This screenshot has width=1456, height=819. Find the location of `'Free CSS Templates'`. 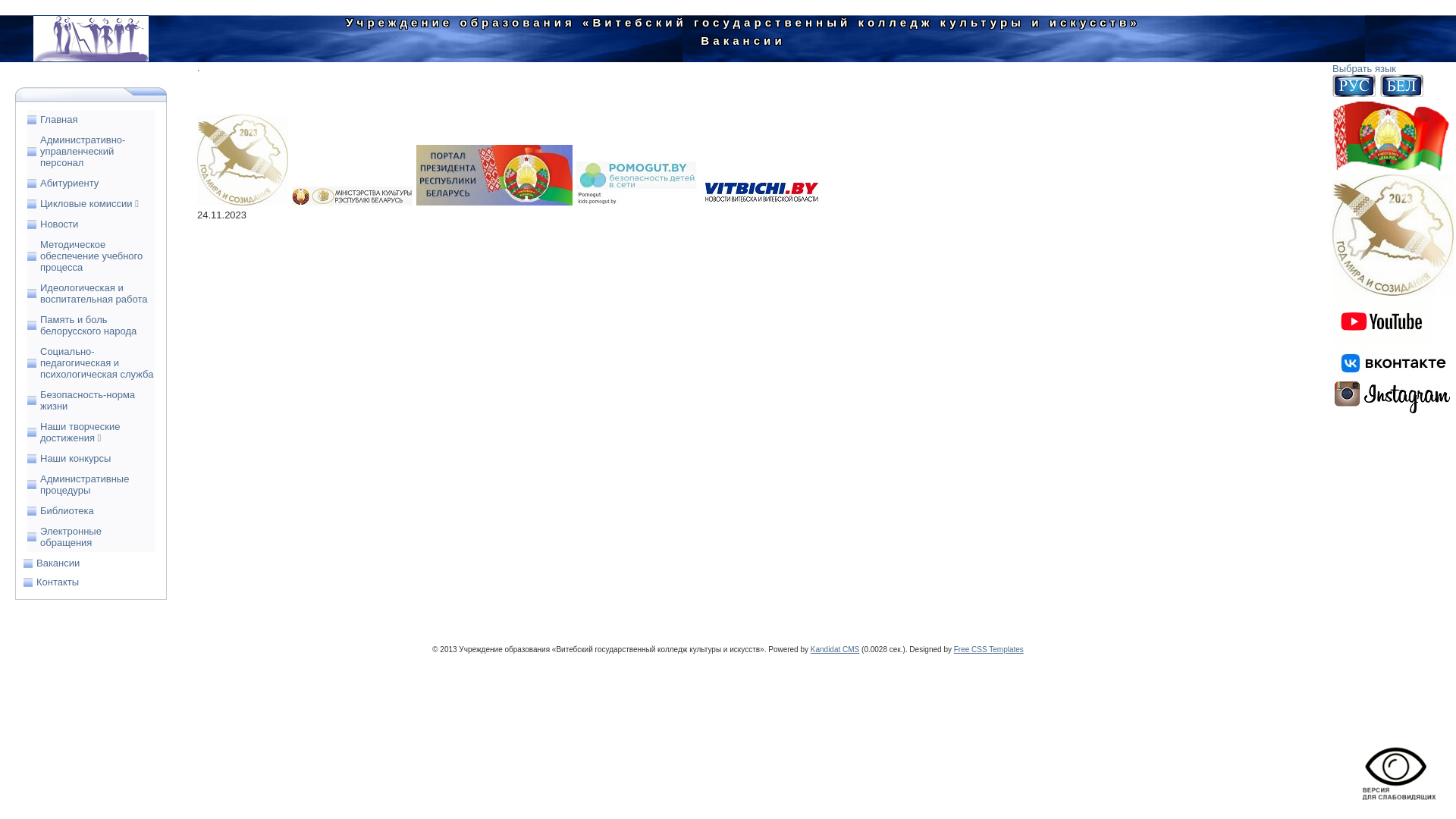

'Free CSS Templates' is located at coordinates (989, 648).